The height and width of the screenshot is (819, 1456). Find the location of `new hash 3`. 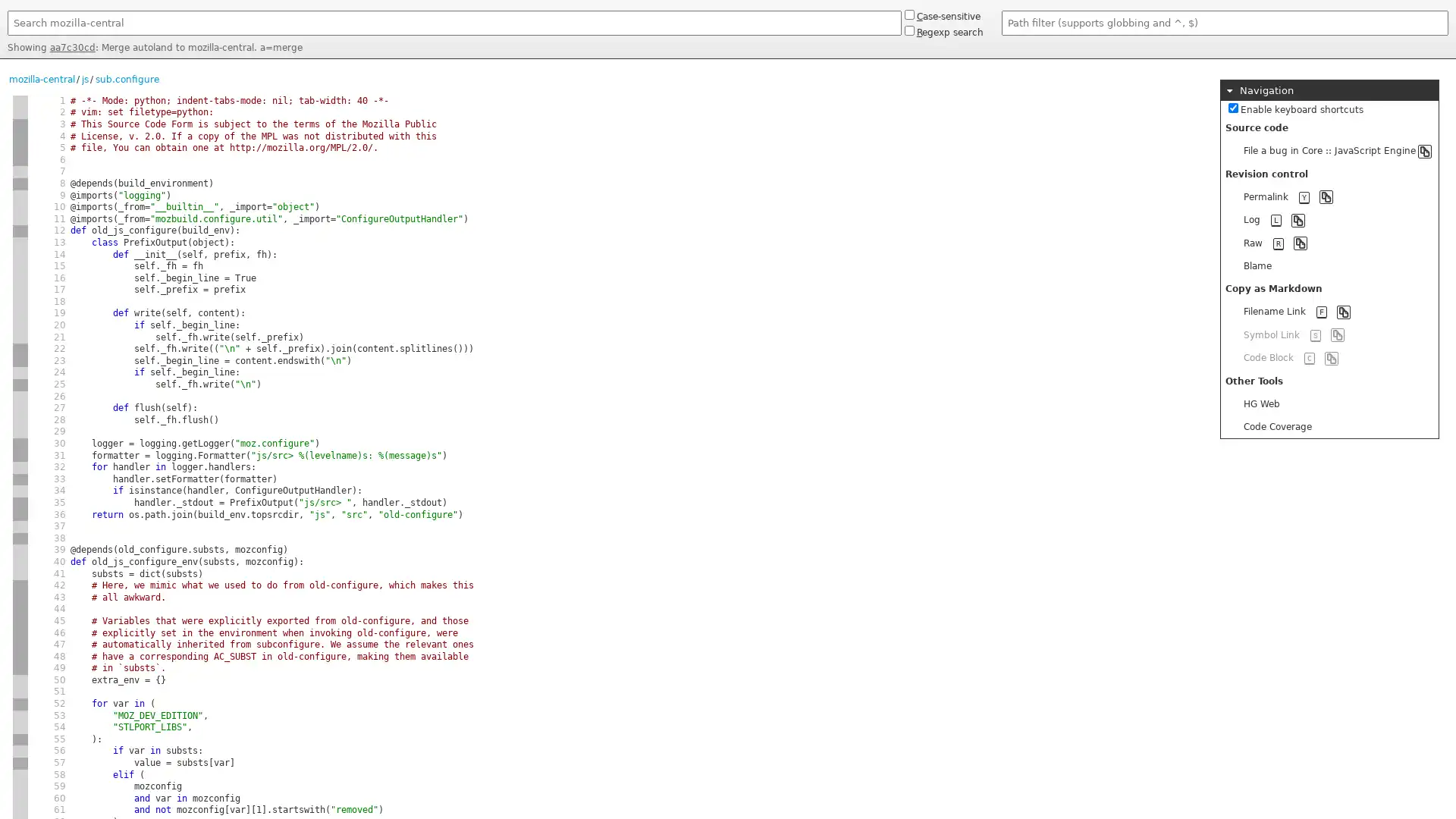

new hash 3 is located at coordinates (20, 195).